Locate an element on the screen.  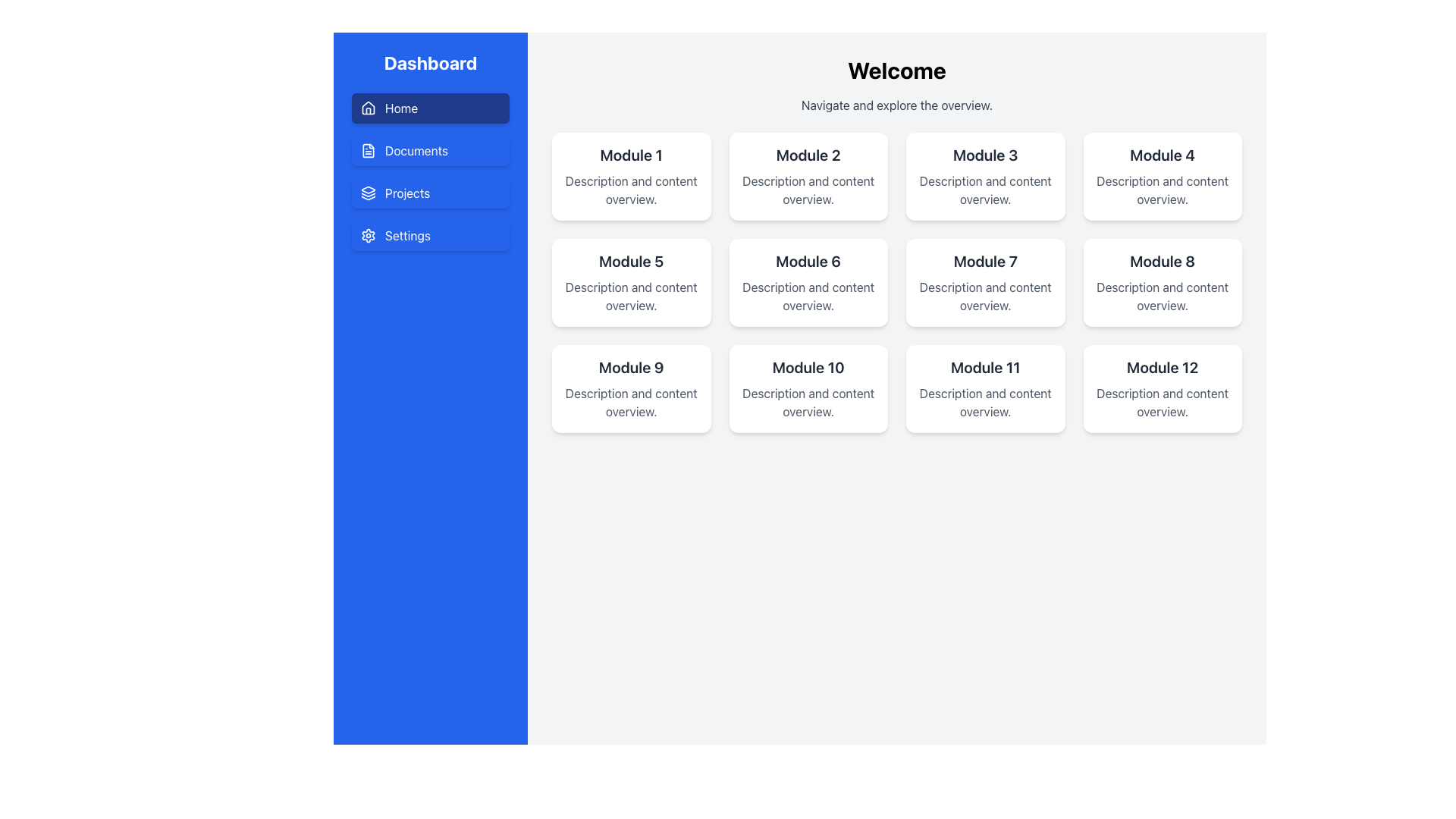
the 'Home' menu option in the vertical navigation bar is located at coordinates (401, 107).